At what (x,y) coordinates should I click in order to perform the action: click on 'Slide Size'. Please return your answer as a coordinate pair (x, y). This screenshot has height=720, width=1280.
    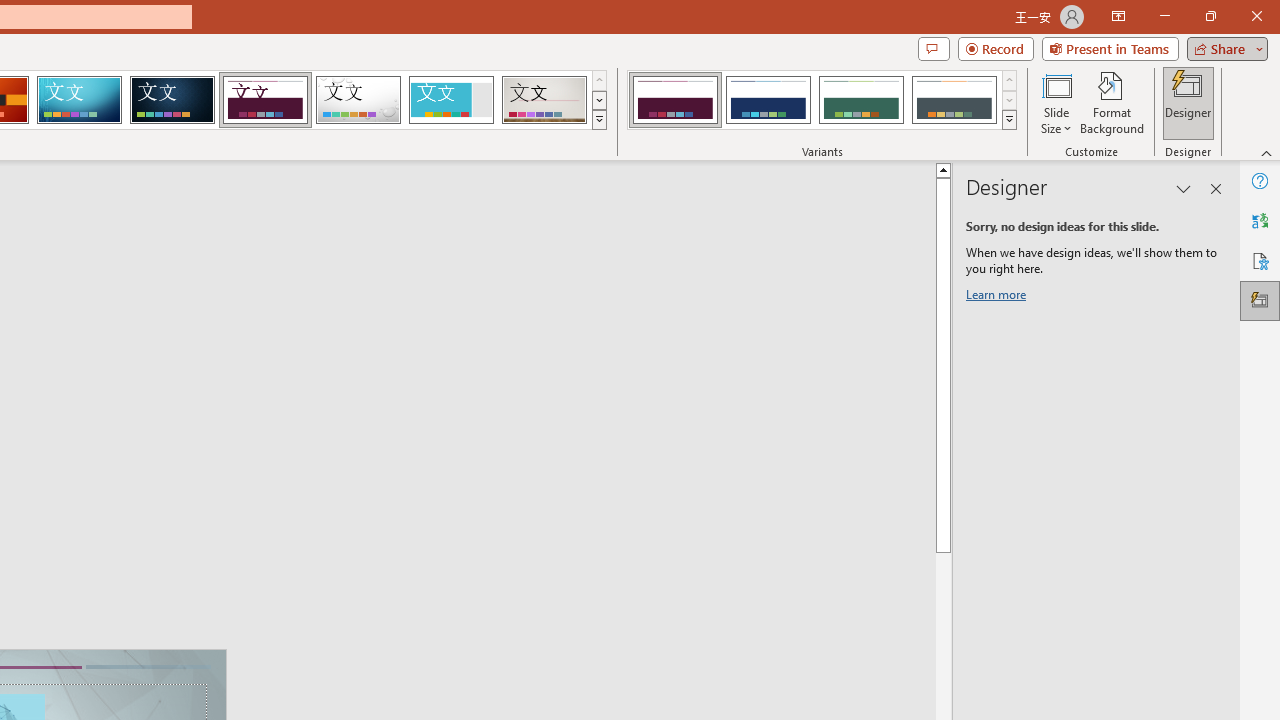
    Looking at the image, I should click on (1055, 103).